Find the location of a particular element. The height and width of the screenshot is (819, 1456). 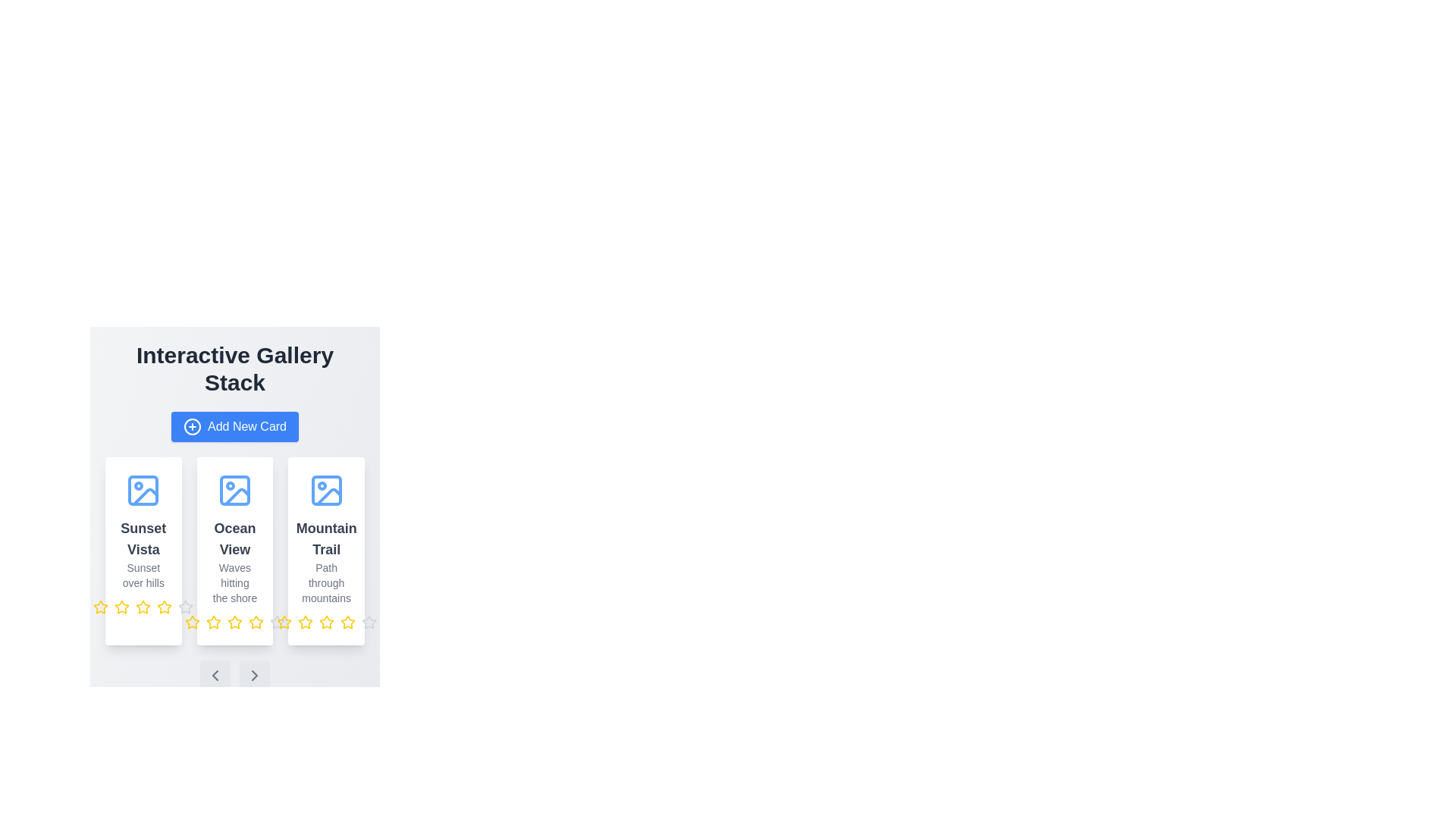

the Graphic background rectangle with a blue outline, located within the image icon of the 'Mountain Trail' card is located at coordinates (325, 491).